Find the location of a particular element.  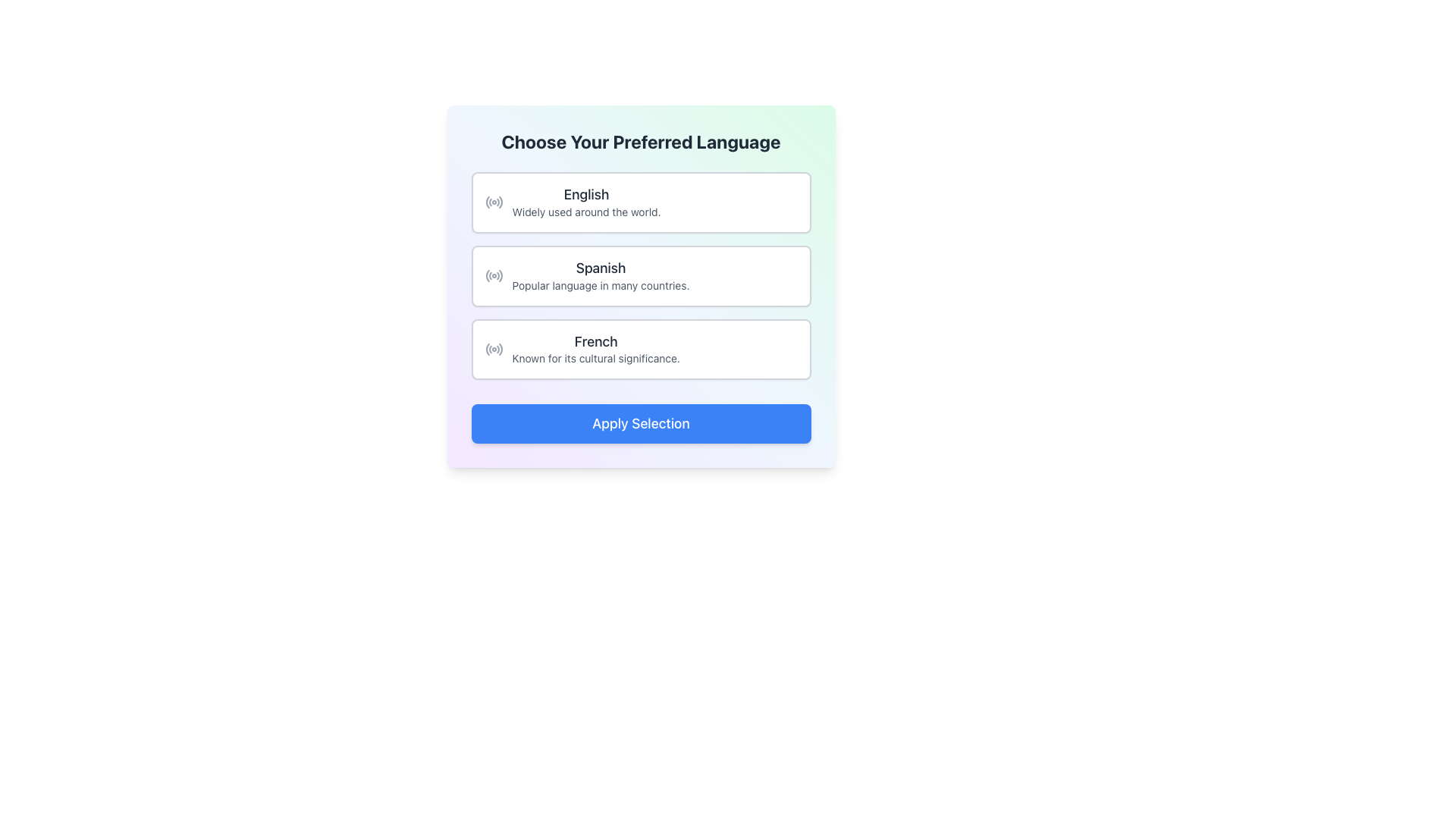

the language option icon located to the left of the text 'English' in the interface is located at coordinates (494, 202).